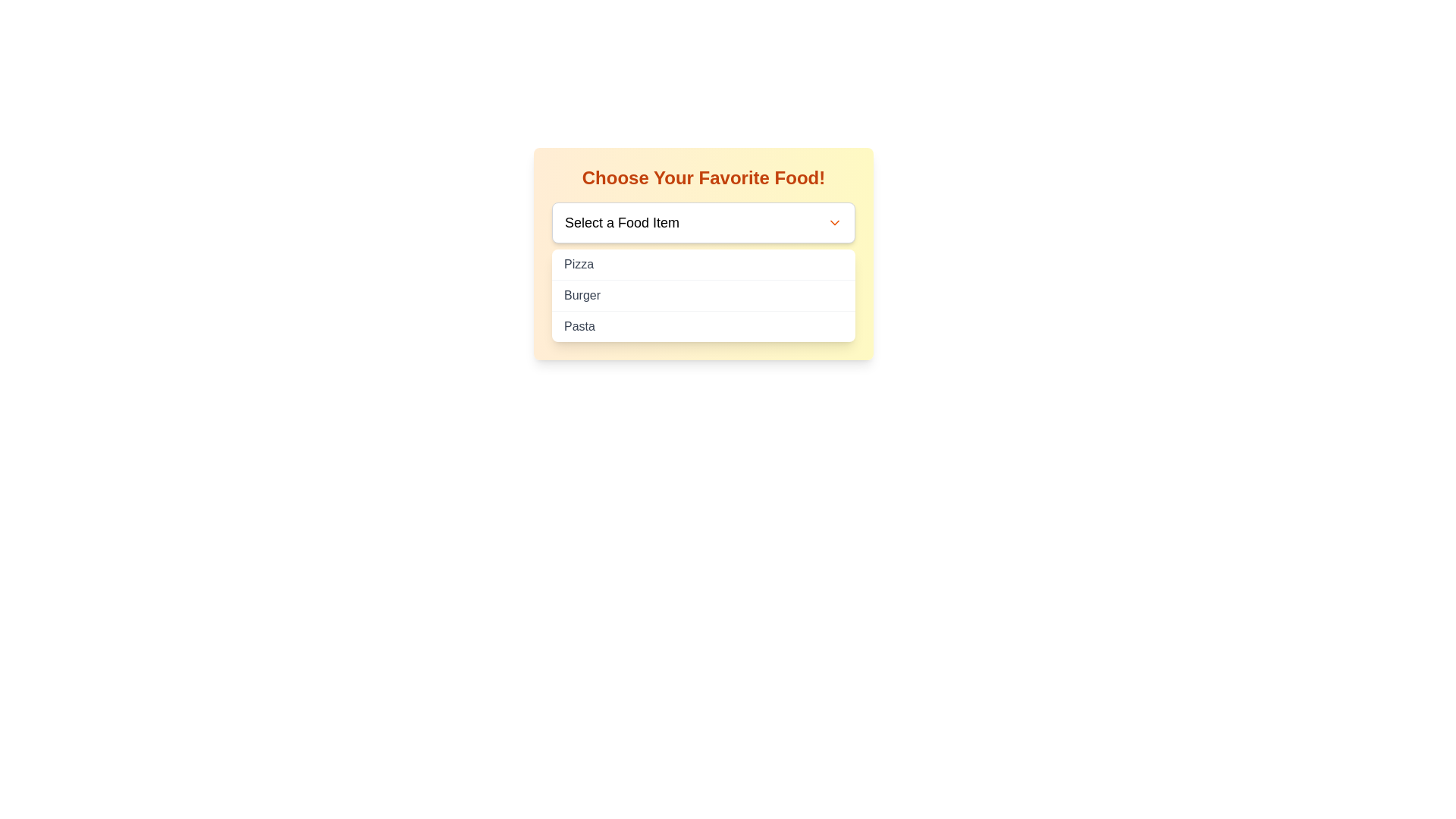  I want to click on the text label displaying 'Pasta' in a dark gray font, which is located in the third row of the dropdown menu under 'Select a Food Item', so click(579, 326).